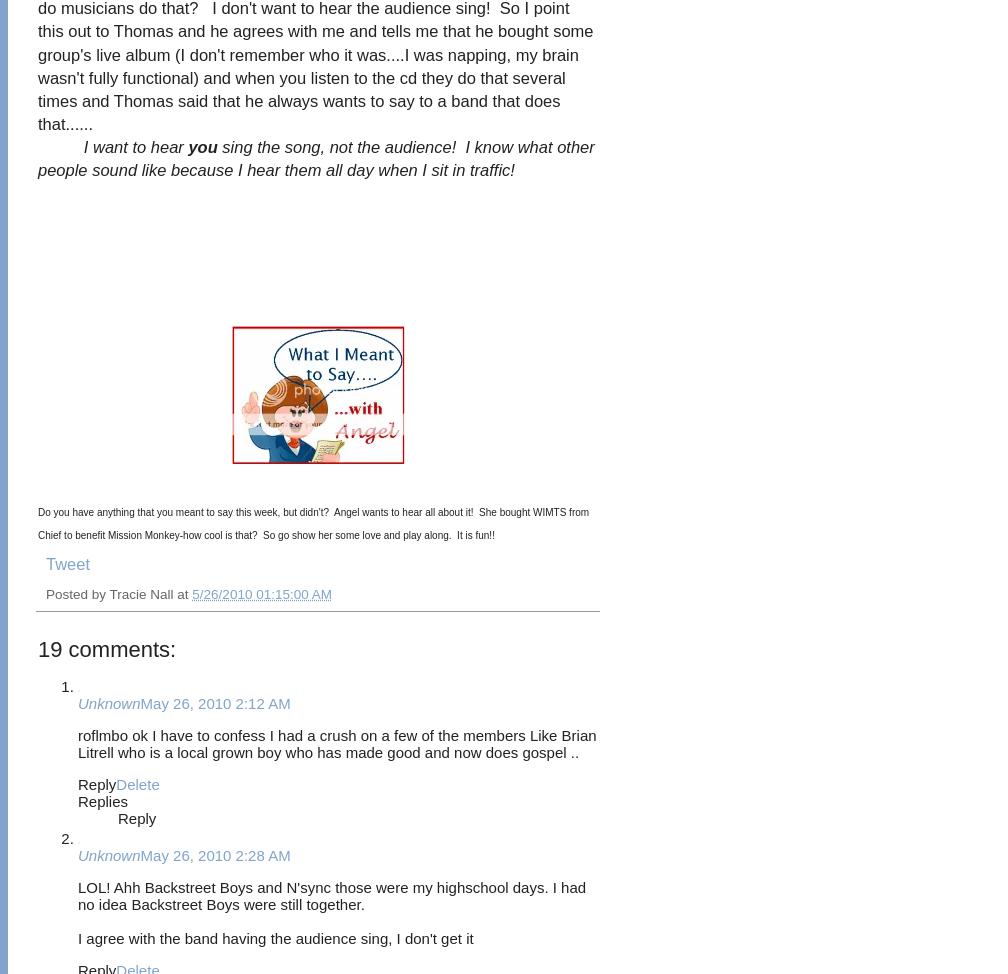 This screenshot has height=974, width=1008. Describe the element at coordinates (215, 702) in the screenshot. I see `'May 26, 2010 2:12 AM'` at that location.